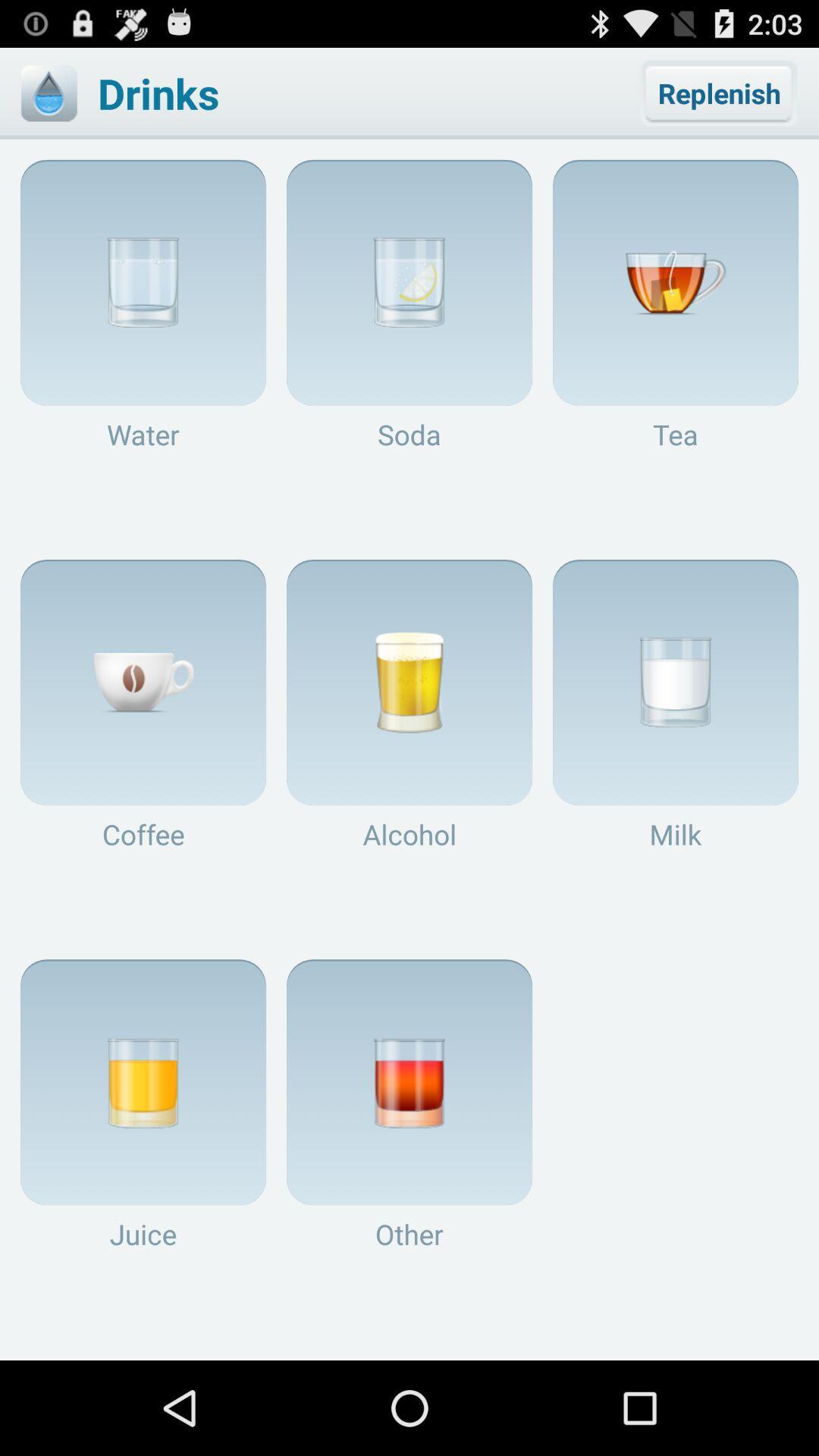  I want to click on the replenish button, so click(718, 93).